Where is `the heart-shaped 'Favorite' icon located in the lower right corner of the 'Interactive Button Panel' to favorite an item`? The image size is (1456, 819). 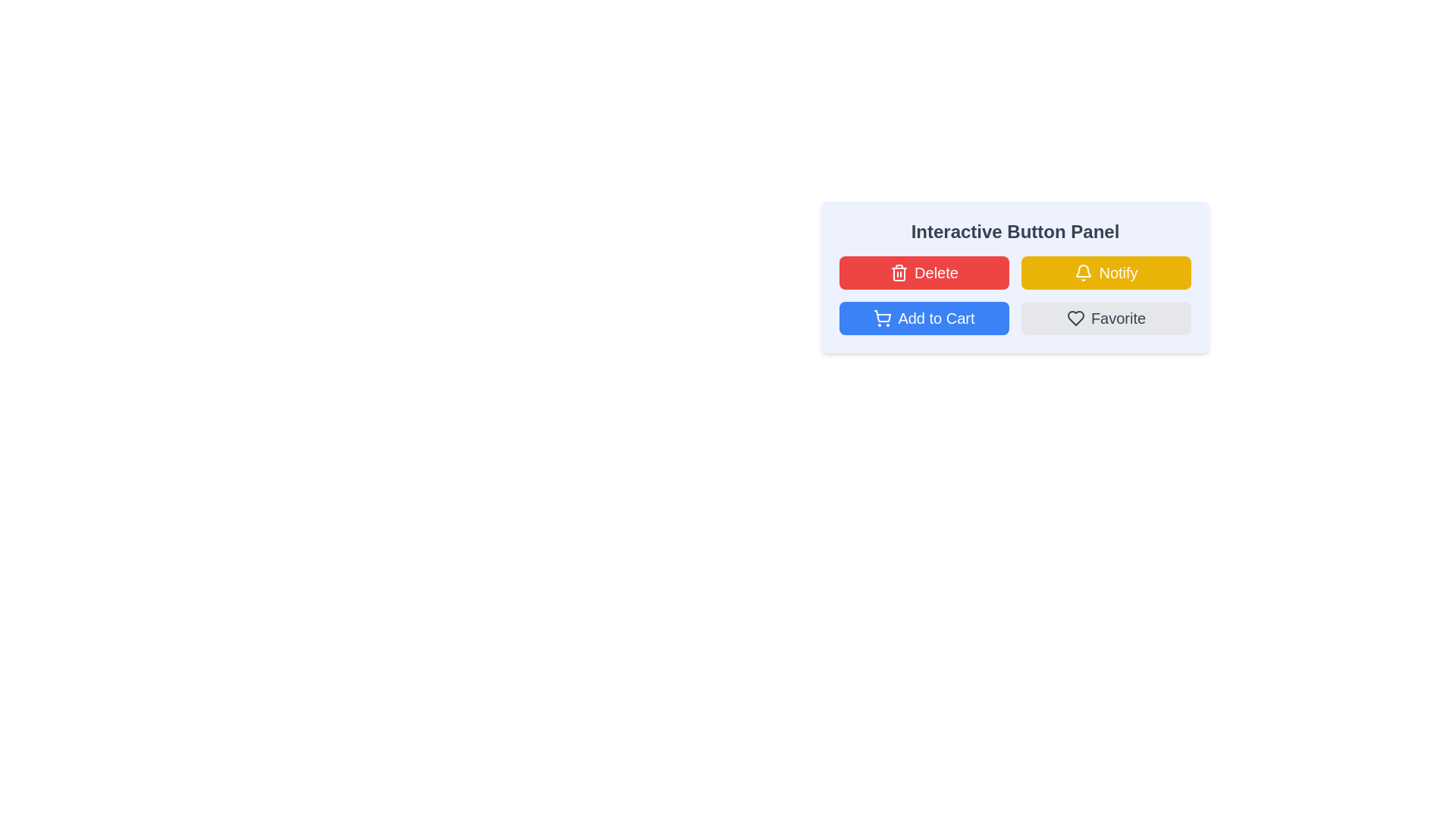
the heart-shaped 'Favorite' icon located in the lower right corner of the 'Interactive Button Panel' to favorite an item is located at coordinates (1075, 318).